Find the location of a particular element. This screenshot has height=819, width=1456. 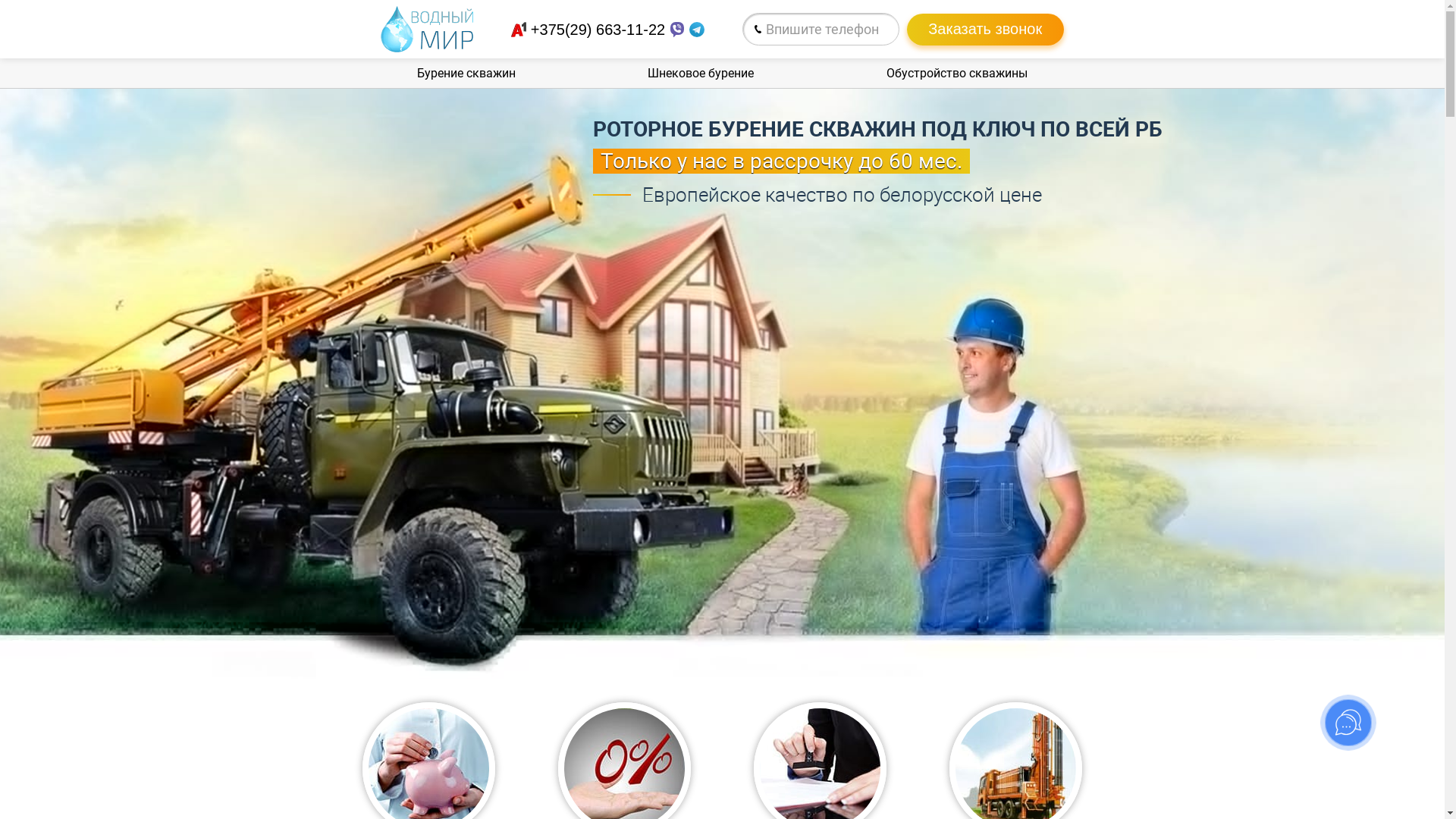

'+375(29) 663-11-22' is located at coordinates (531, 29).